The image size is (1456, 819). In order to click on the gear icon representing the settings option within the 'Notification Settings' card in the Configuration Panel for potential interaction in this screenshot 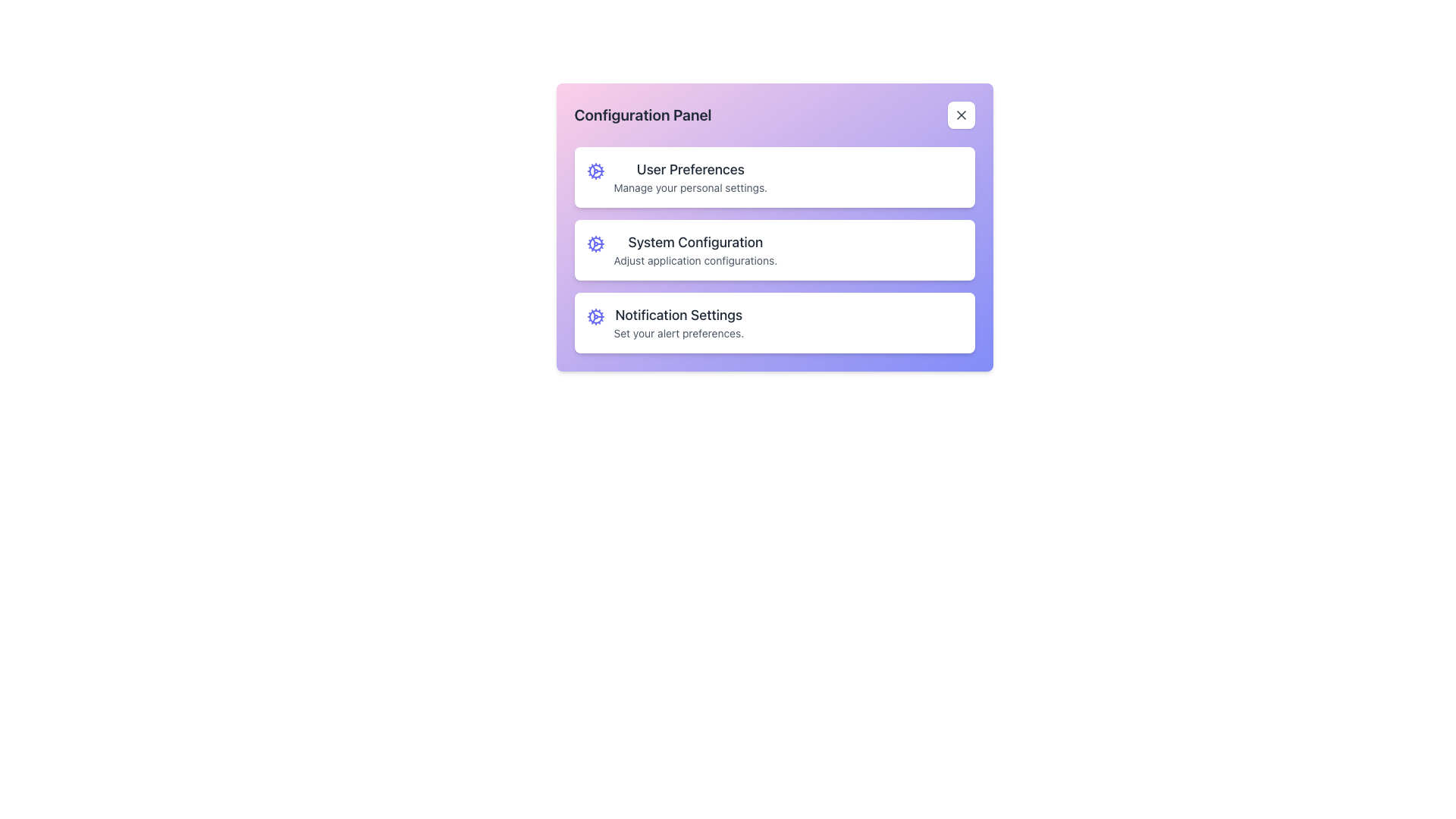, I will do `click(595, 315)`.